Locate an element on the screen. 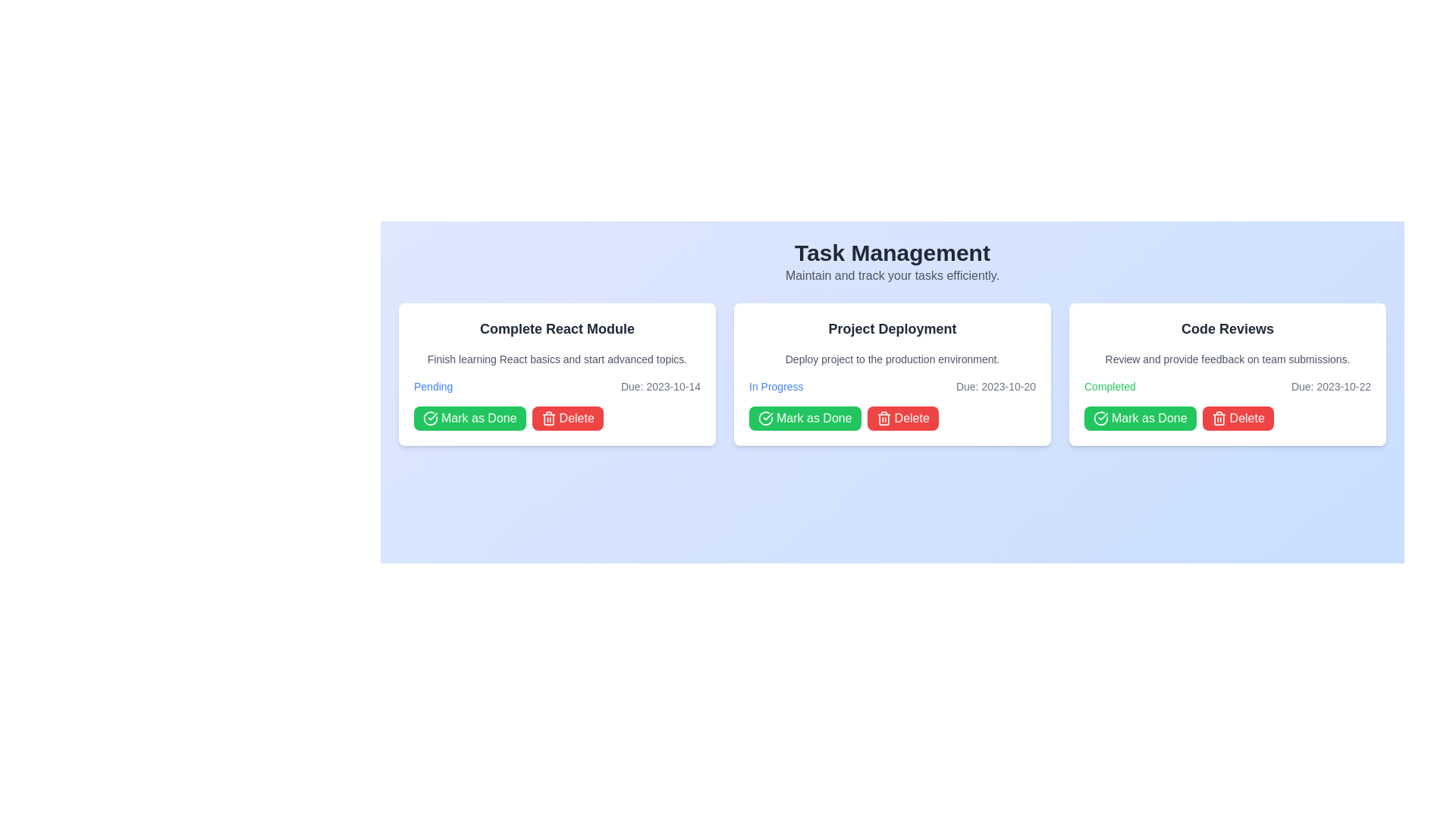 This screenshot has height=819, width=1456. the icon located to the left of the 'Mark as Done' button, which is positioned in the bottom-left area of the 'Complete React Module' card is located at coordinates (429, 418).